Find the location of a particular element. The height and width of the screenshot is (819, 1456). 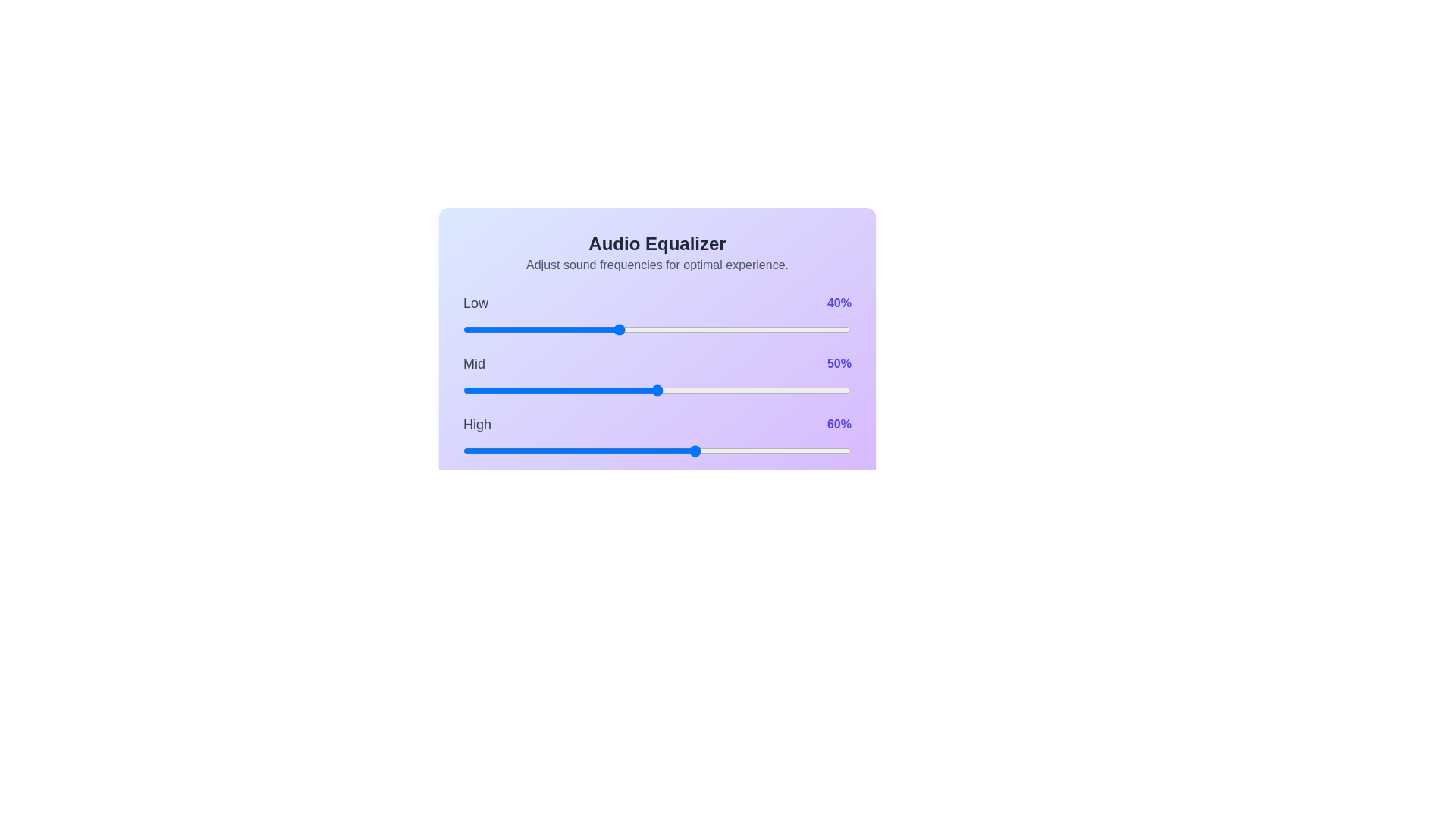

the high frequency slider to 16% is located at coordinates (525, 450).